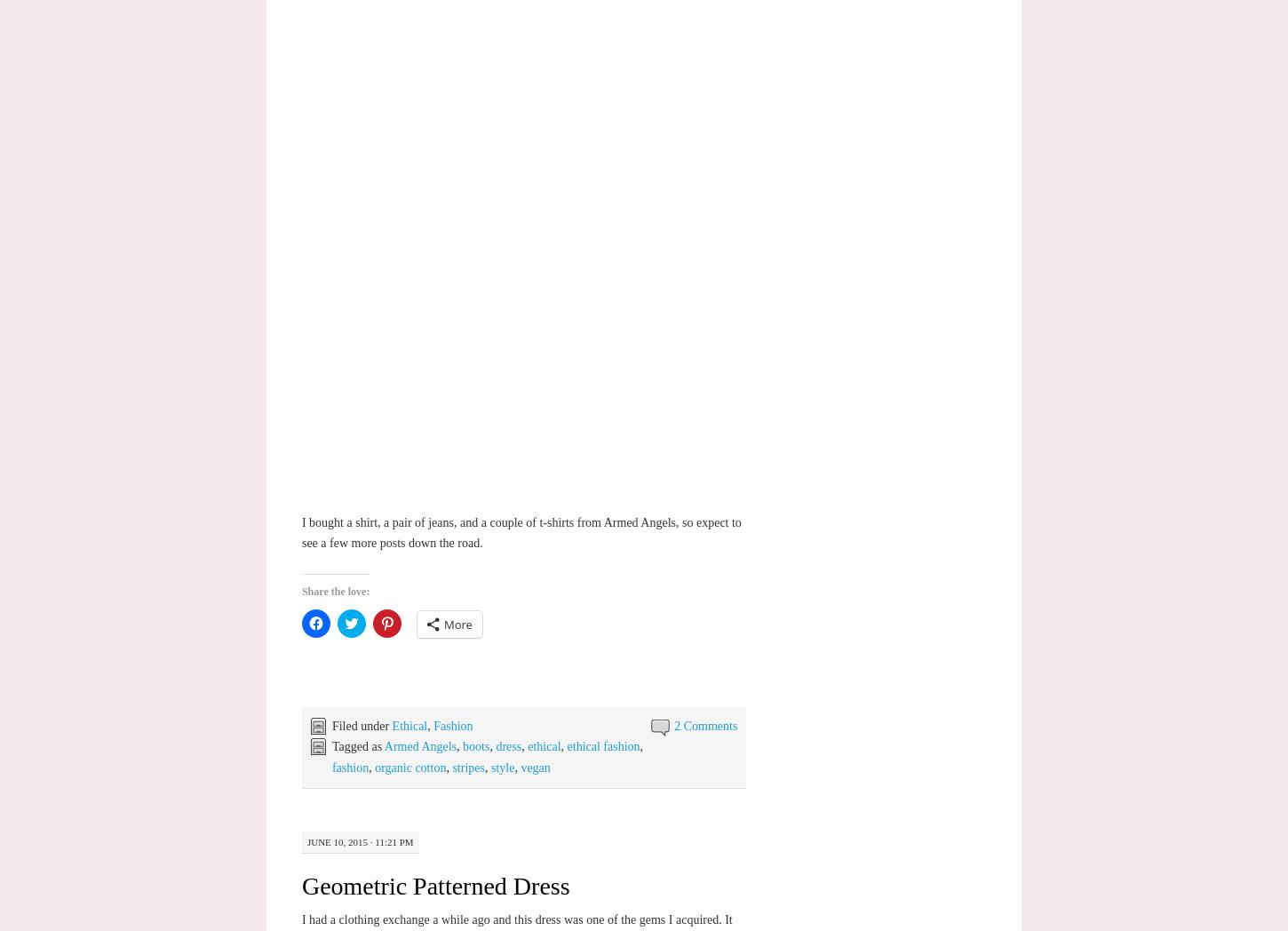  What do you see at coordinates (434, 884) in the screenshot?
I see `'Geometric Patterned Dress'` at bounding box center [434, 884].